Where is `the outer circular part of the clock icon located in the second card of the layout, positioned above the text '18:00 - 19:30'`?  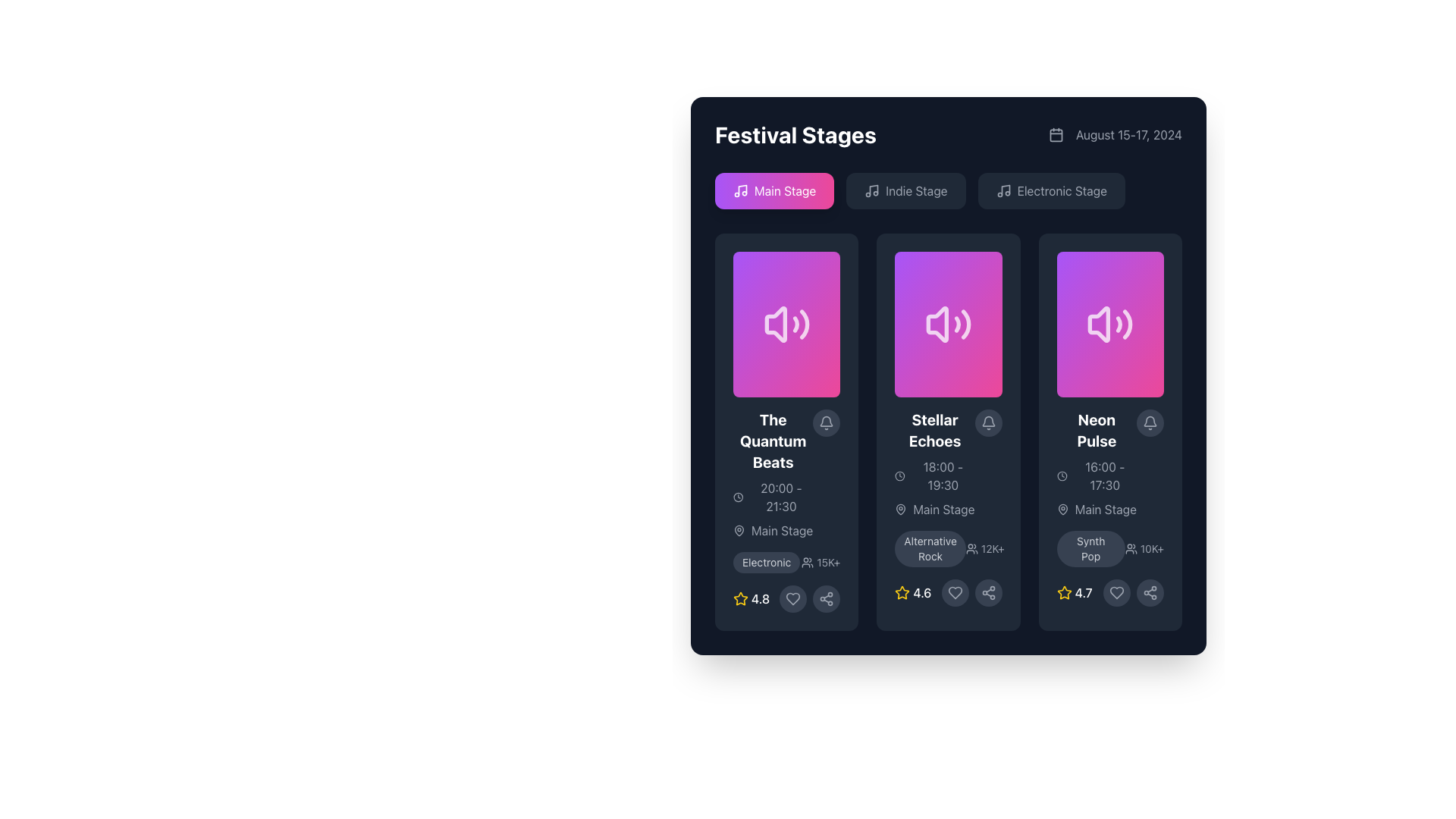
the outer circular part of the clock icon located in the second card of the layout, positioned above the text '18:00 - 19:30' is located at coordinates (900, 475).